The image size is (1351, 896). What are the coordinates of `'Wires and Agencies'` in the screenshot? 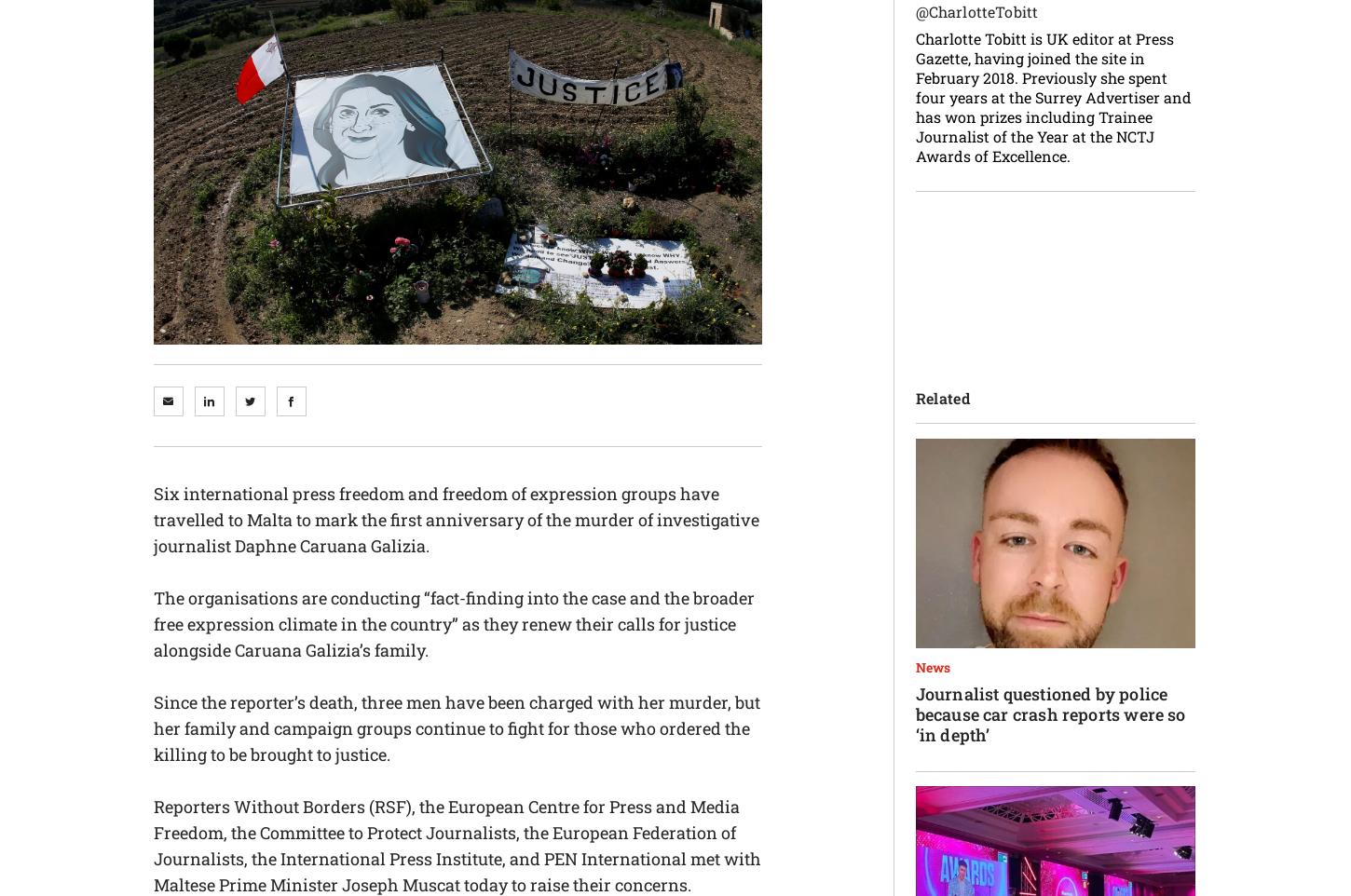 It's located at (787, 68).